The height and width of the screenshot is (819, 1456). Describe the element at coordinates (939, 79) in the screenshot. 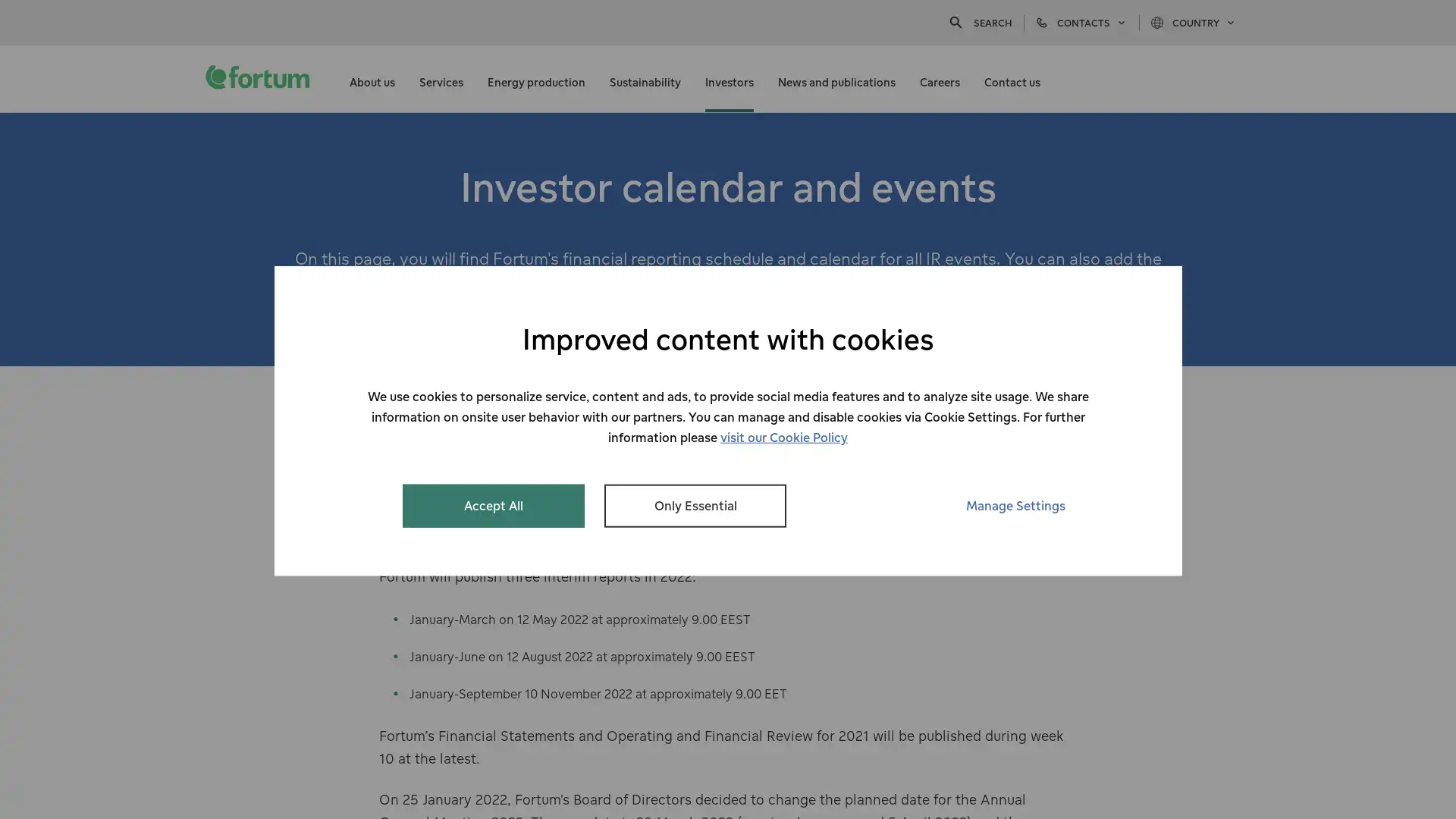

I see `Careers` at that location.